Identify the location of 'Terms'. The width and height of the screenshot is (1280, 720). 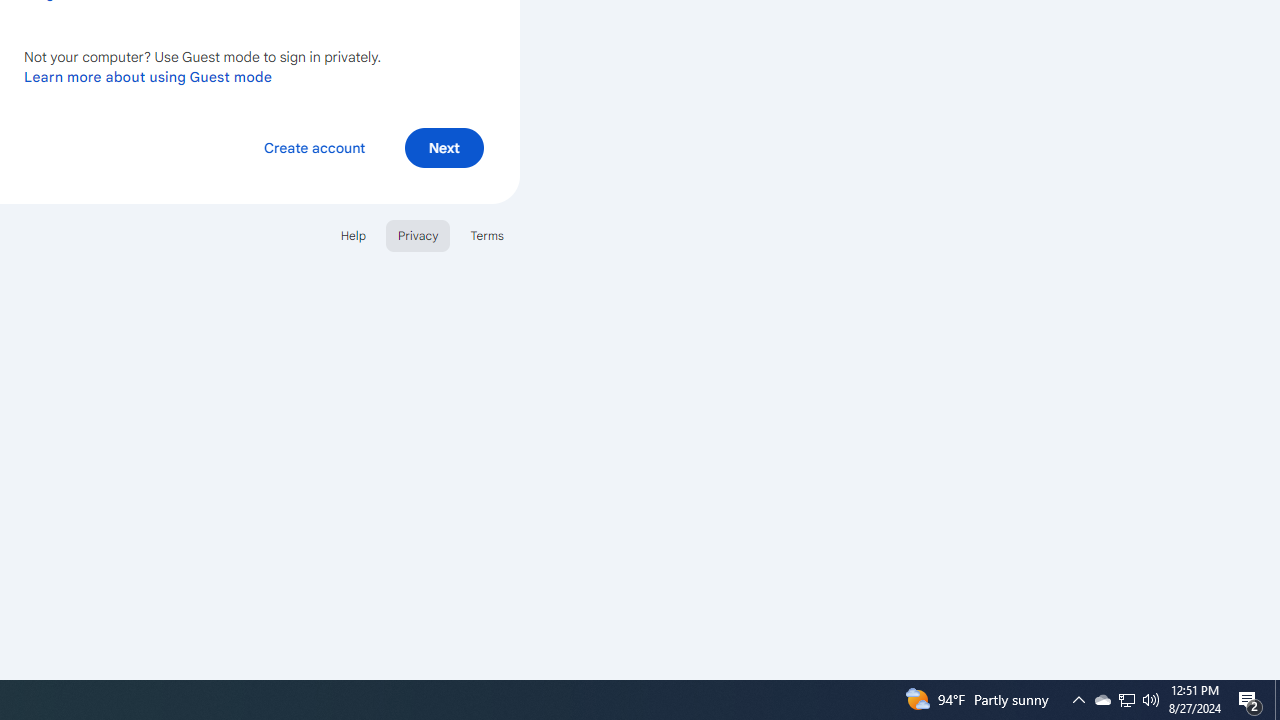
(487, 234).